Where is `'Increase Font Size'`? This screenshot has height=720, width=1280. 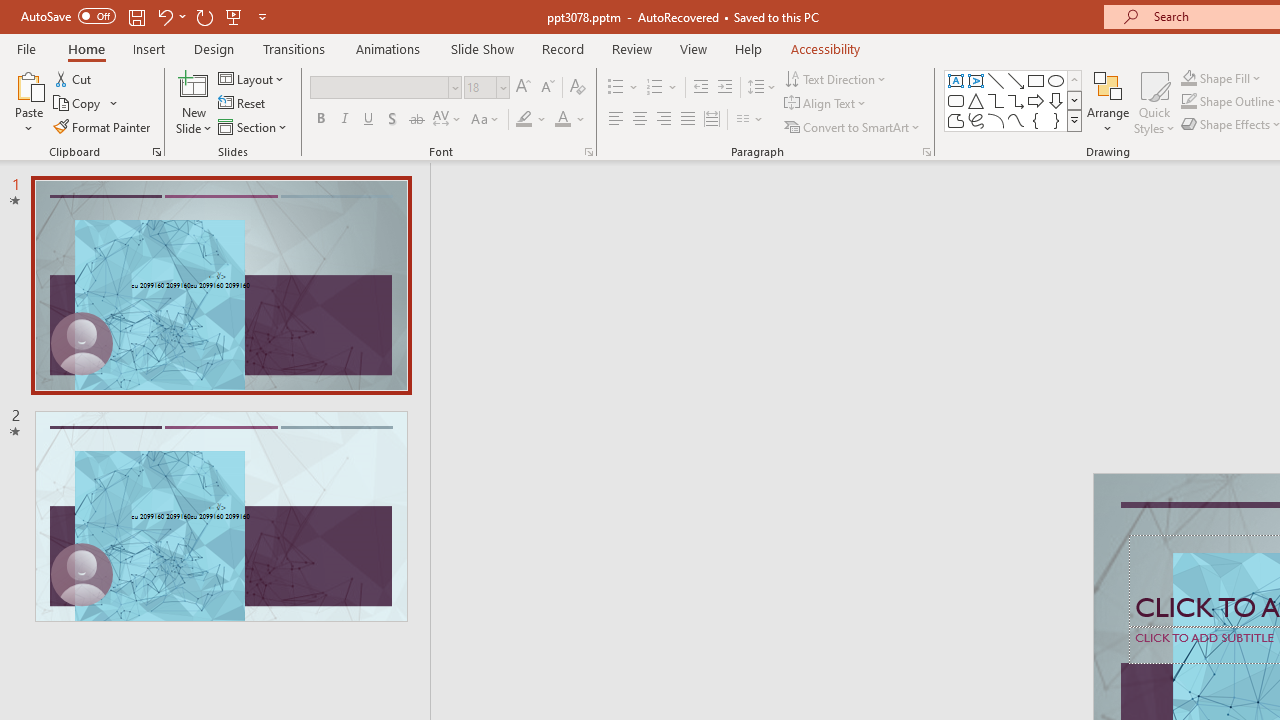 'Increase Font Size' is located at coordinates (522, 86).